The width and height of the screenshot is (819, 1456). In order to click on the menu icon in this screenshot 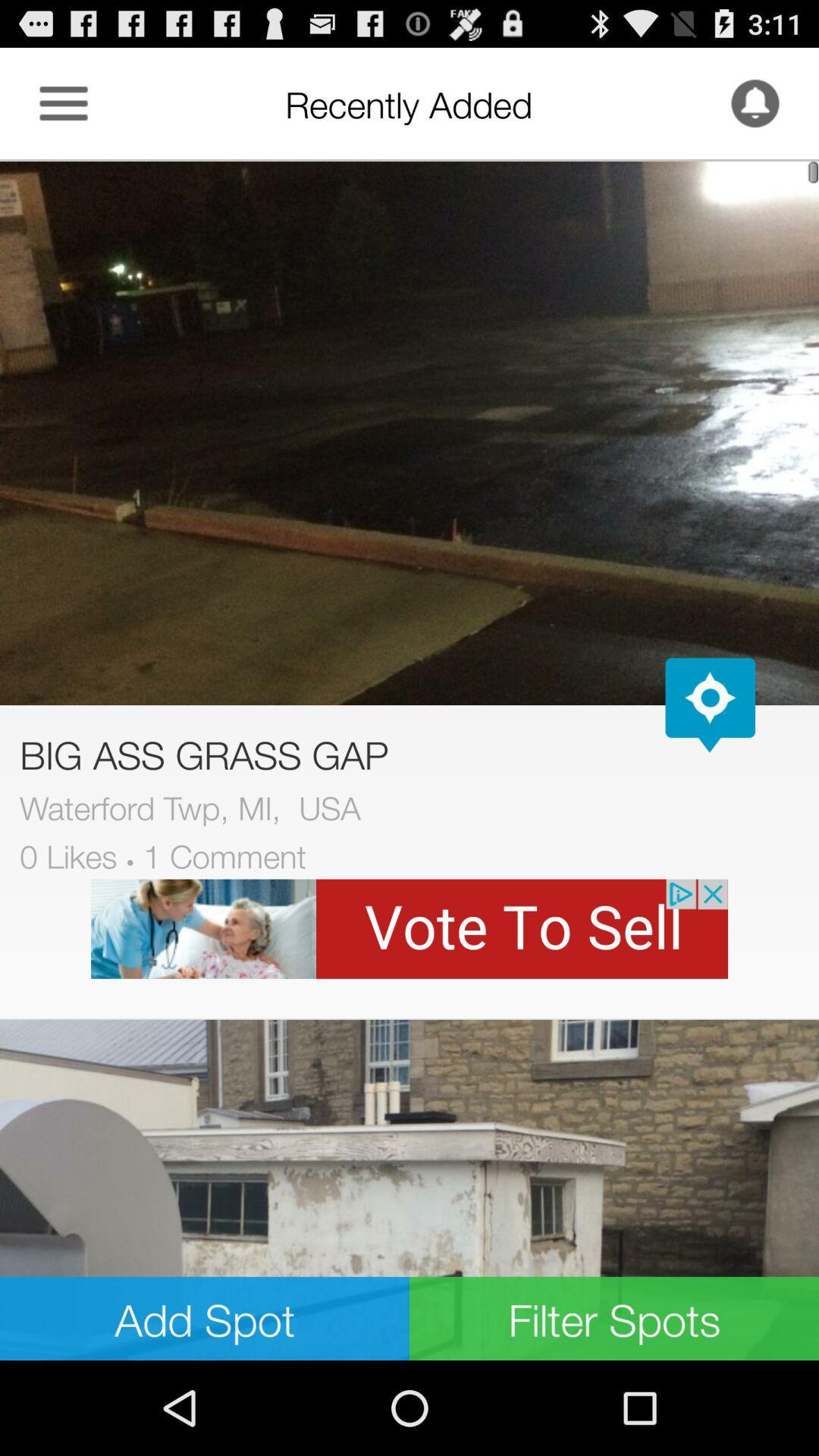, I will do `click(63, 110)`.